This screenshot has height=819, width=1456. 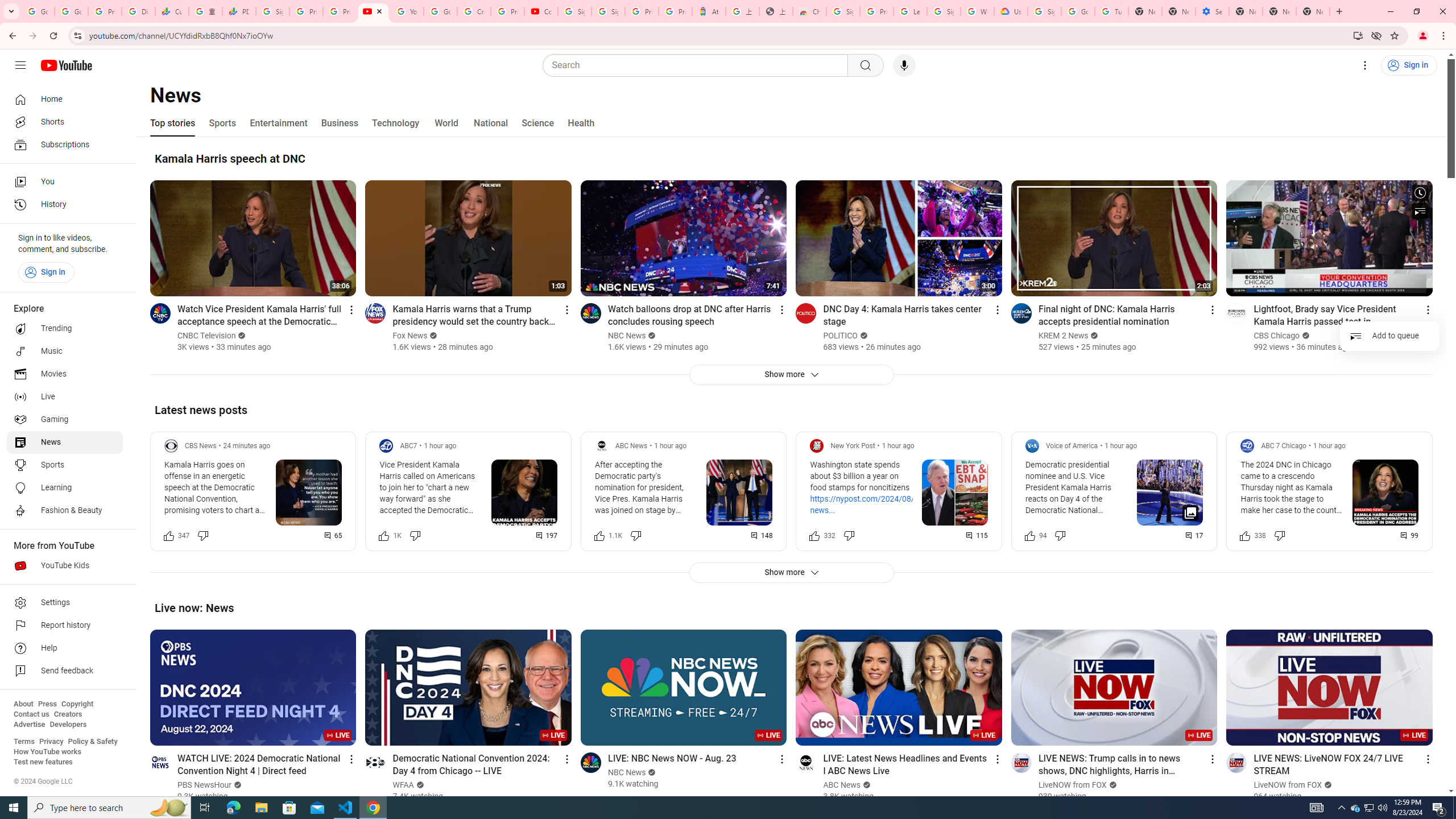 I want to click on 'Search with your voice', so click(x=904, y=65).